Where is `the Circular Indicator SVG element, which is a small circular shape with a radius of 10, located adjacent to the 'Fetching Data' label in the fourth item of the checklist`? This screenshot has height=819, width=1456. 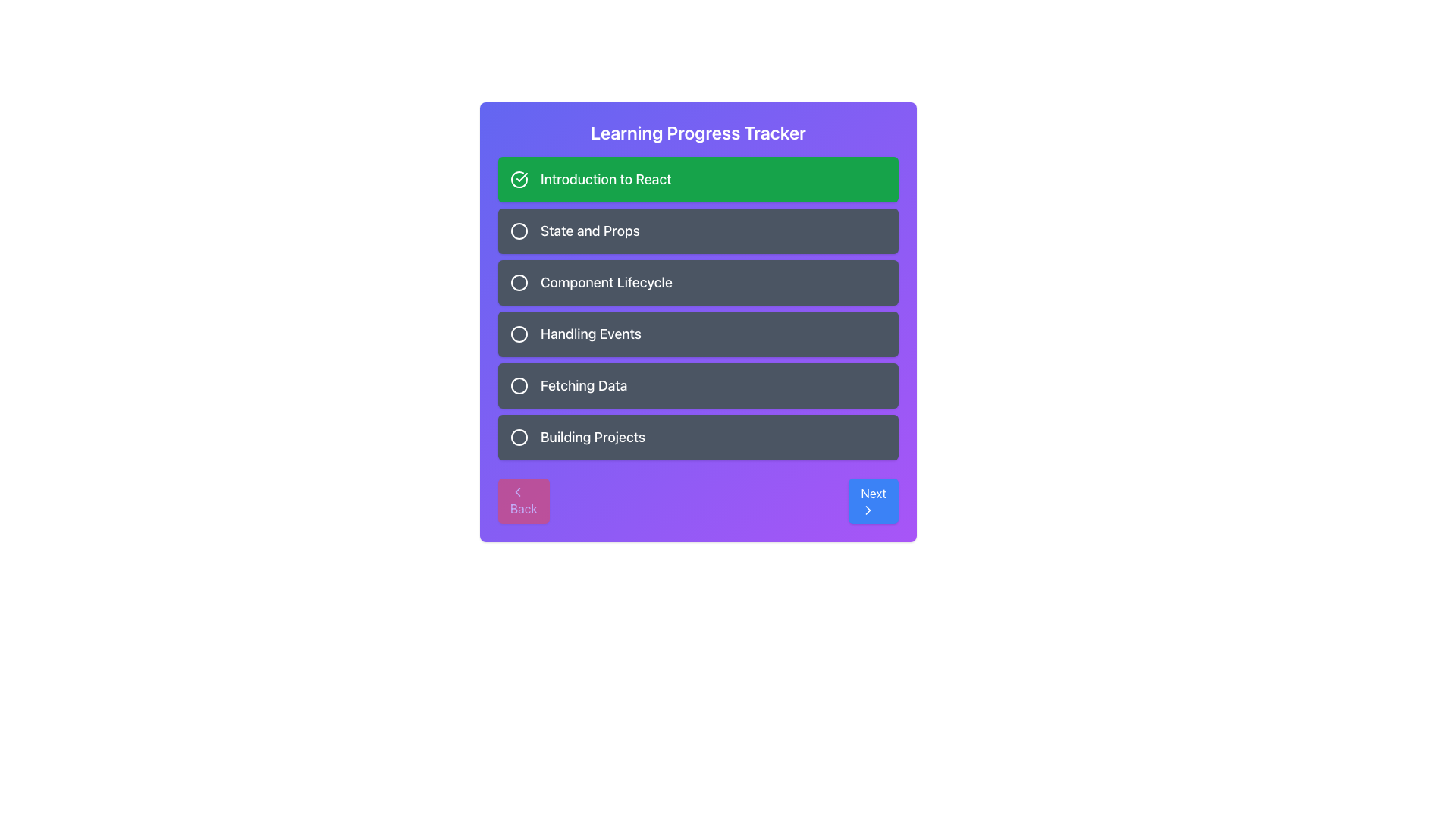
the Circular Indicator SVG element, which is a small circular shape with a radius of 10, located adjacent to the 'Fetching Data' label in the fourth item of the checklist is located at coordinates (519, 385).